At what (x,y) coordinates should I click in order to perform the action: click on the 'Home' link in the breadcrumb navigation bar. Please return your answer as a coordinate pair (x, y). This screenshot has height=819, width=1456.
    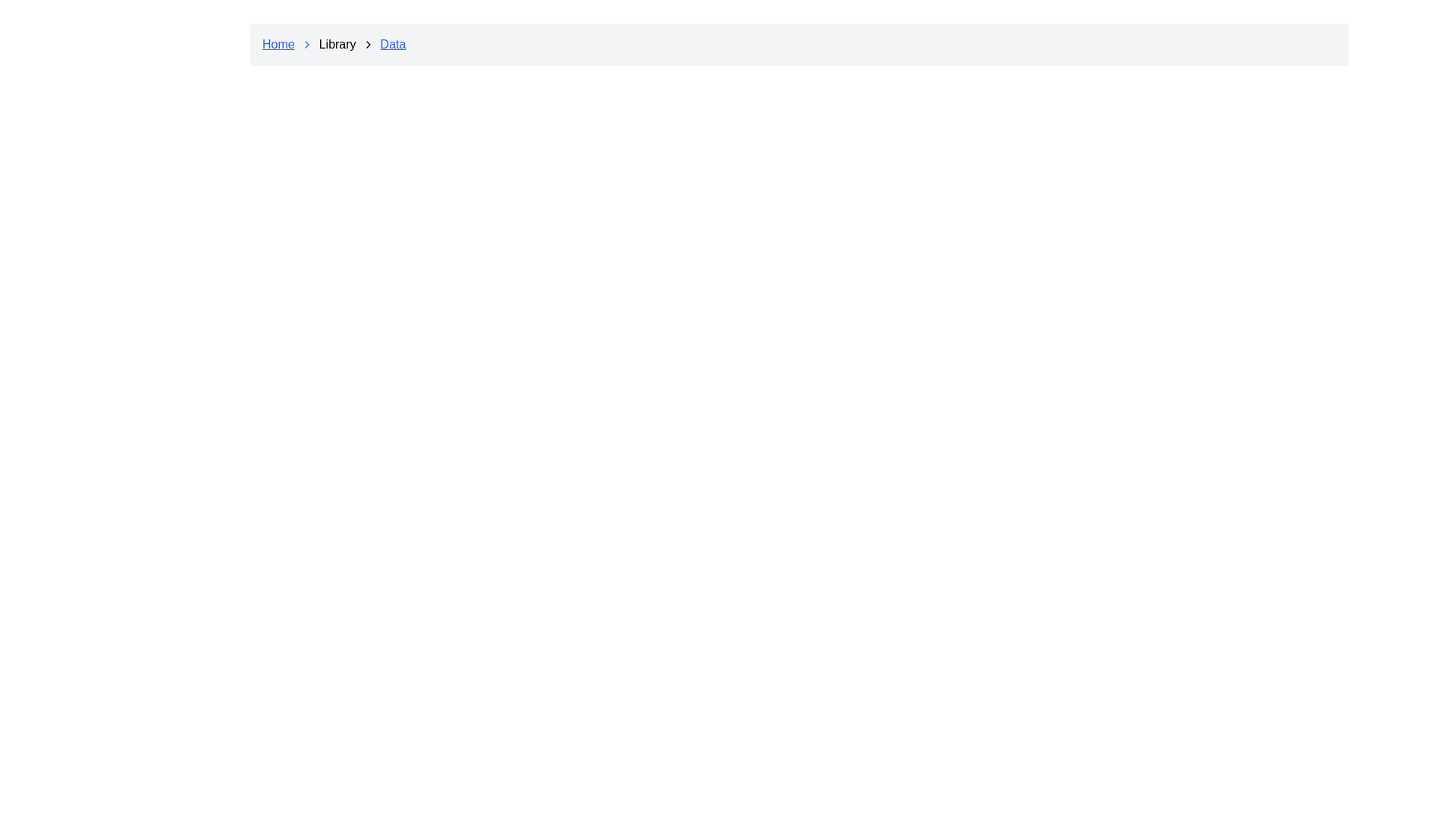
    Looking at the image, I should click on (287, 43).